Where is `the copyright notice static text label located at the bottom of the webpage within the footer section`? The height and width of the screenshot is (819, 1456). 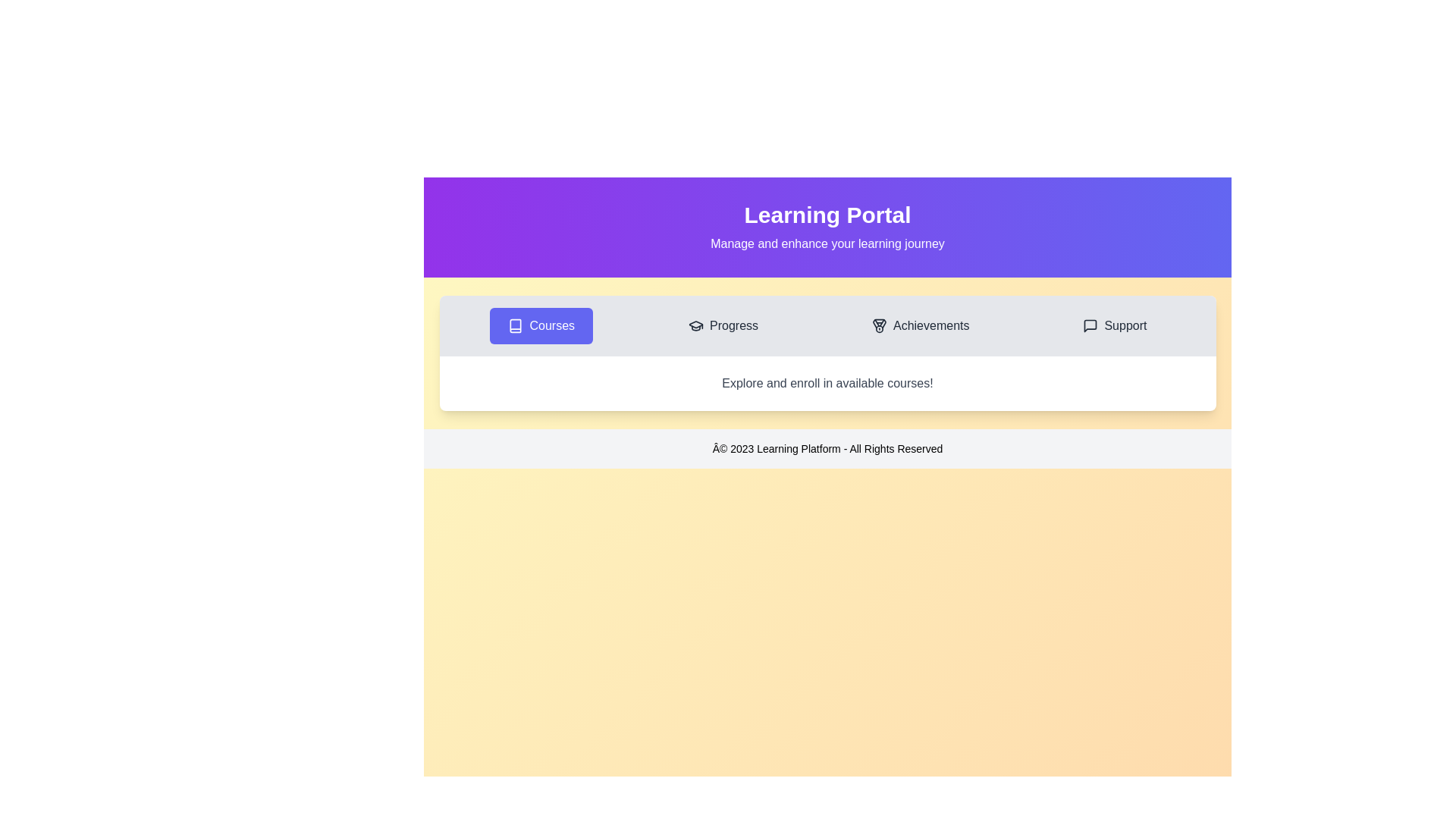 the copyright notice static text label located at the bottom of the webpage within the footer section is located at coordinates (827, 447).